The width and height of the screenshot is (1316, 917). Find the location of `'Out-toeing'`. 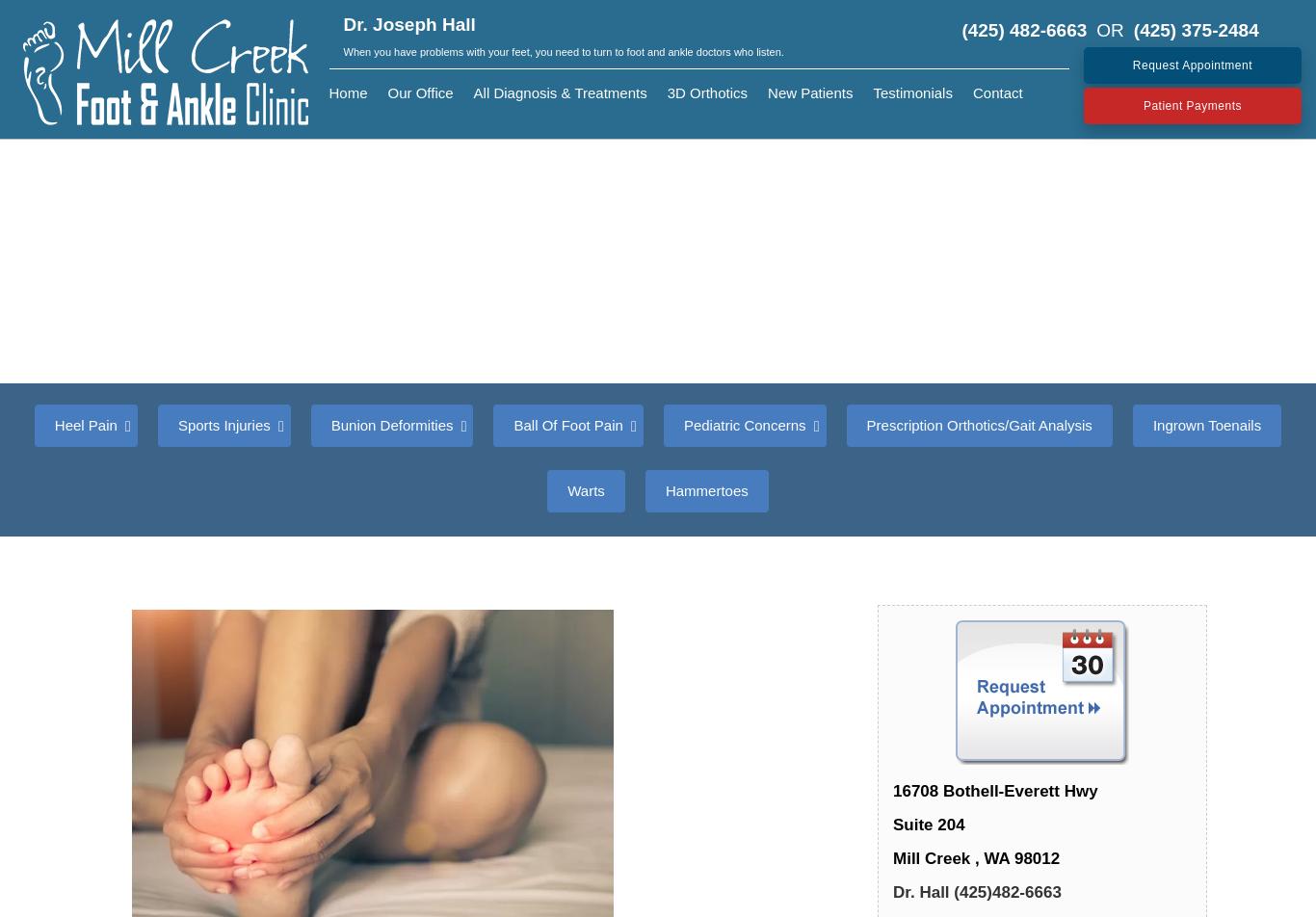

'Out-toeing' is located at coordinates (1024, 645).